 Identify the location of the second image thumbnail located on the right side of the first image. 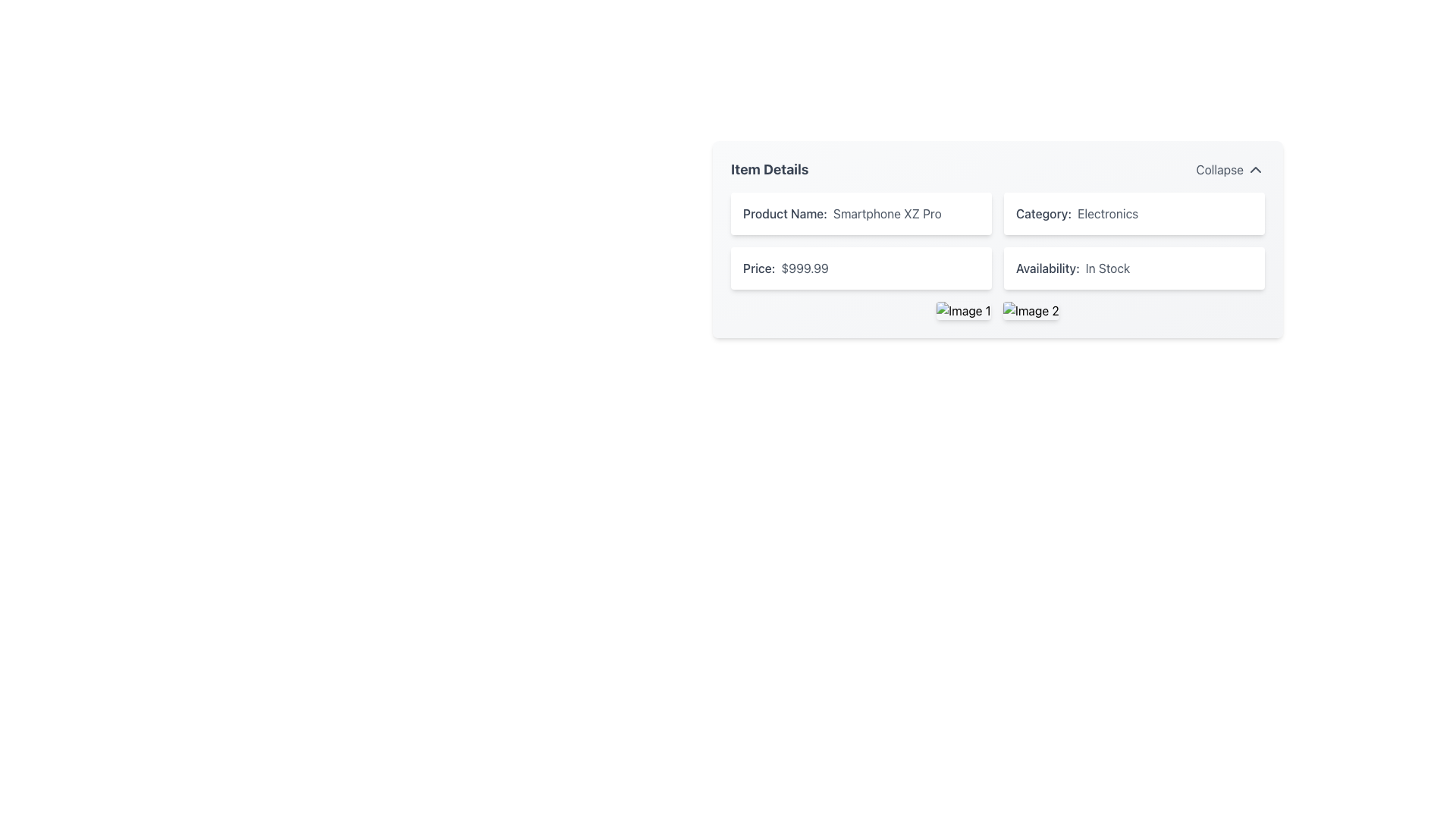
(1031, 309).